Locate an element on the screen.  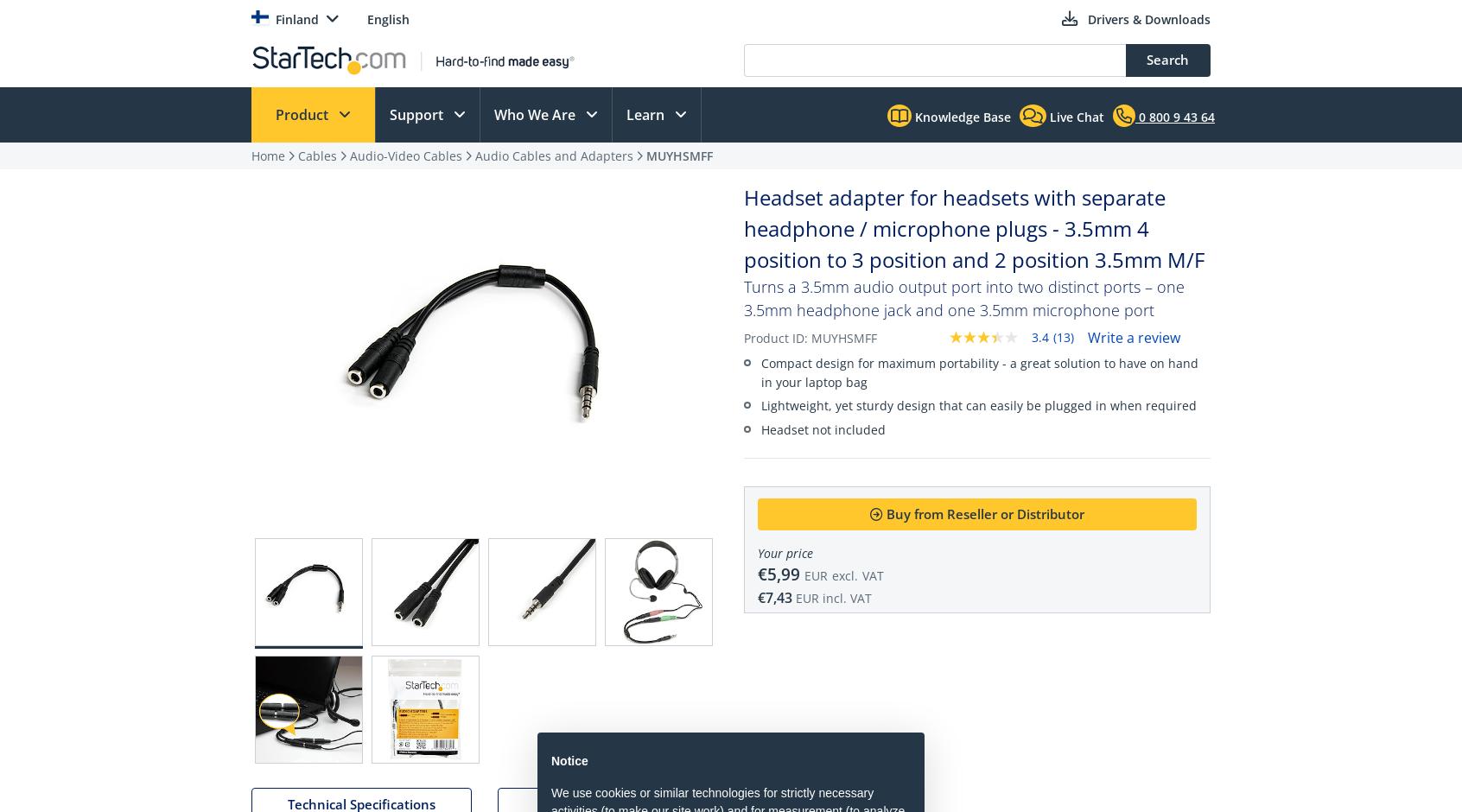
'3.4' is located at coordinates (1039, 335).